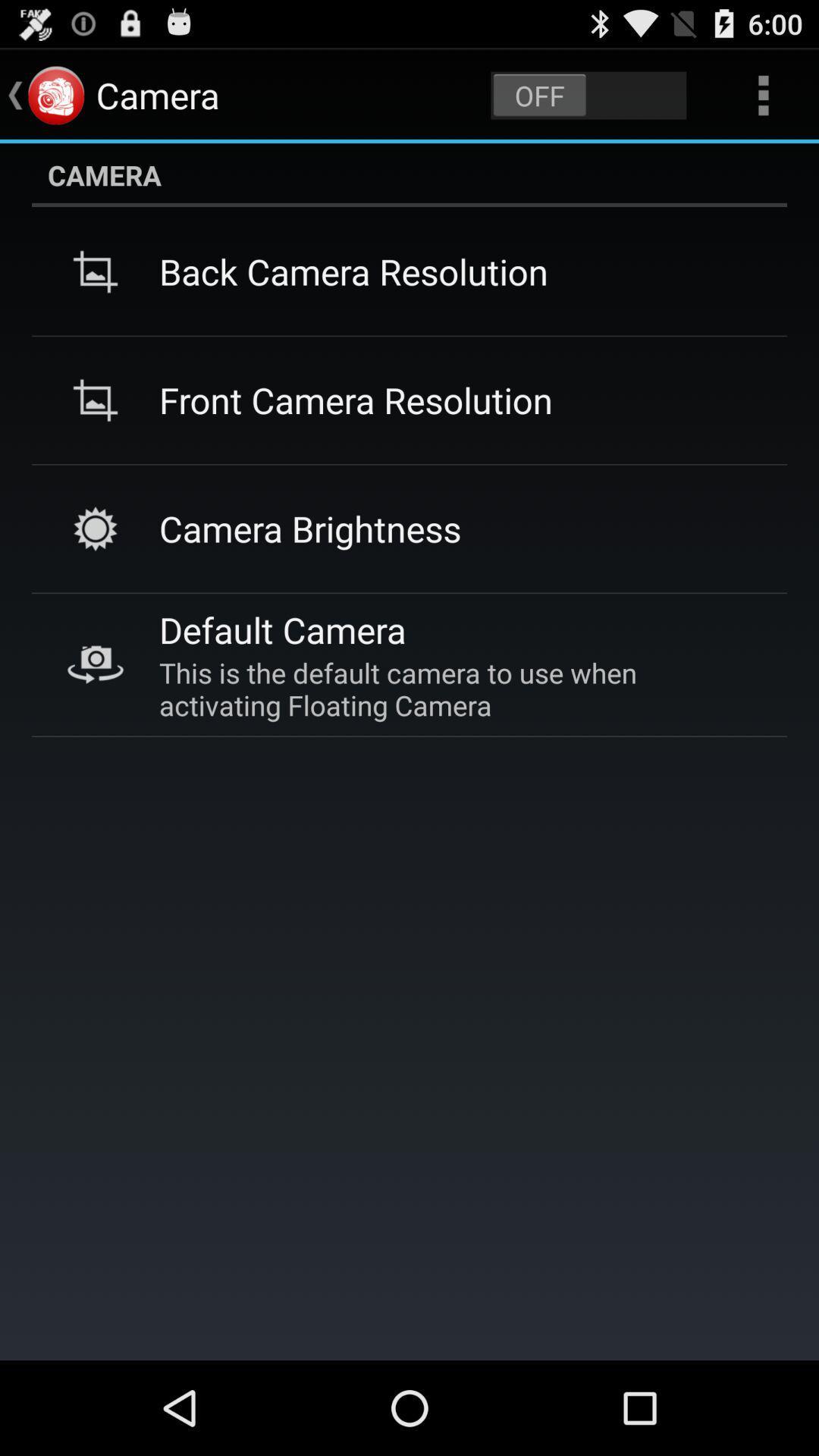 This screenshot has height=1456, width=819. I want to click on the this is the app, so click(454, 688).